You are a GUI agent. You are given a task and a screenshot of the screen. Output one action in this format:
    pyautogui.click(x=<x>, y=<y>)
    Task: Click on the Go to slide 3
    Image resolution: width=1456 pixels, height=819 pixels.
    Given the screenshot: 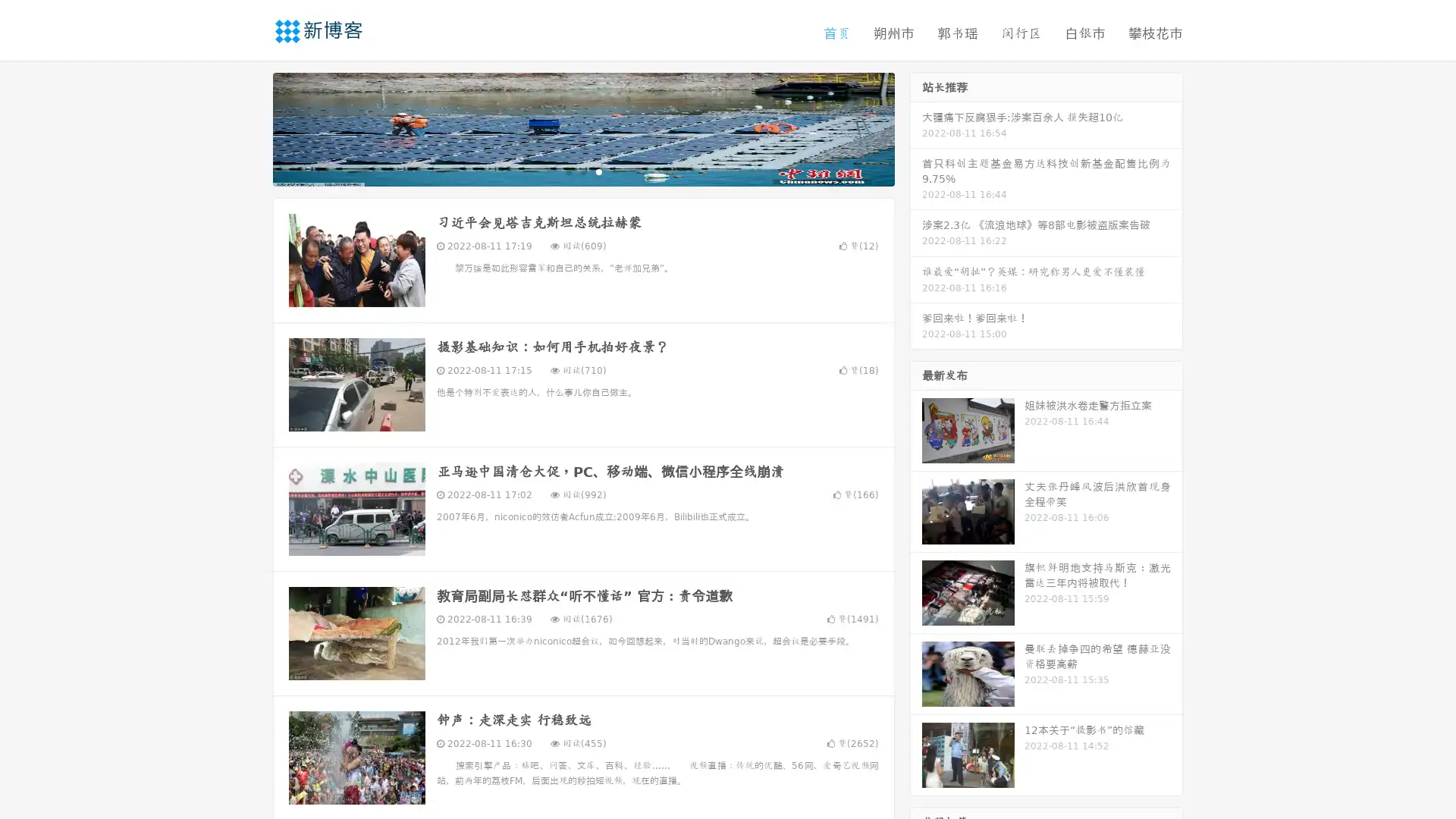 What is the action you would take?
    pyautogui.click(x=598, y=171)
    